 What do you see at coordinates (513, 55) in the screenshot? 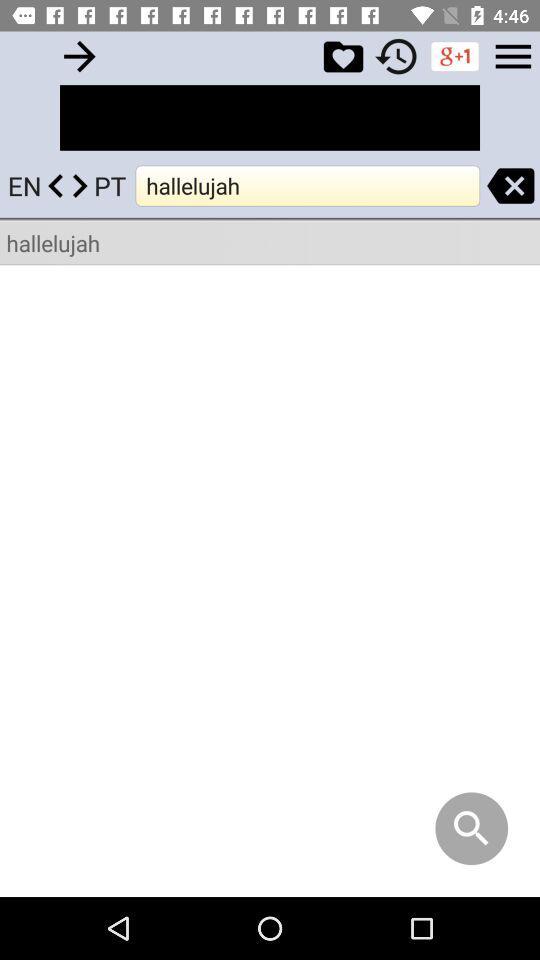
I see `the menu bar` at bounding box center [513, 55].